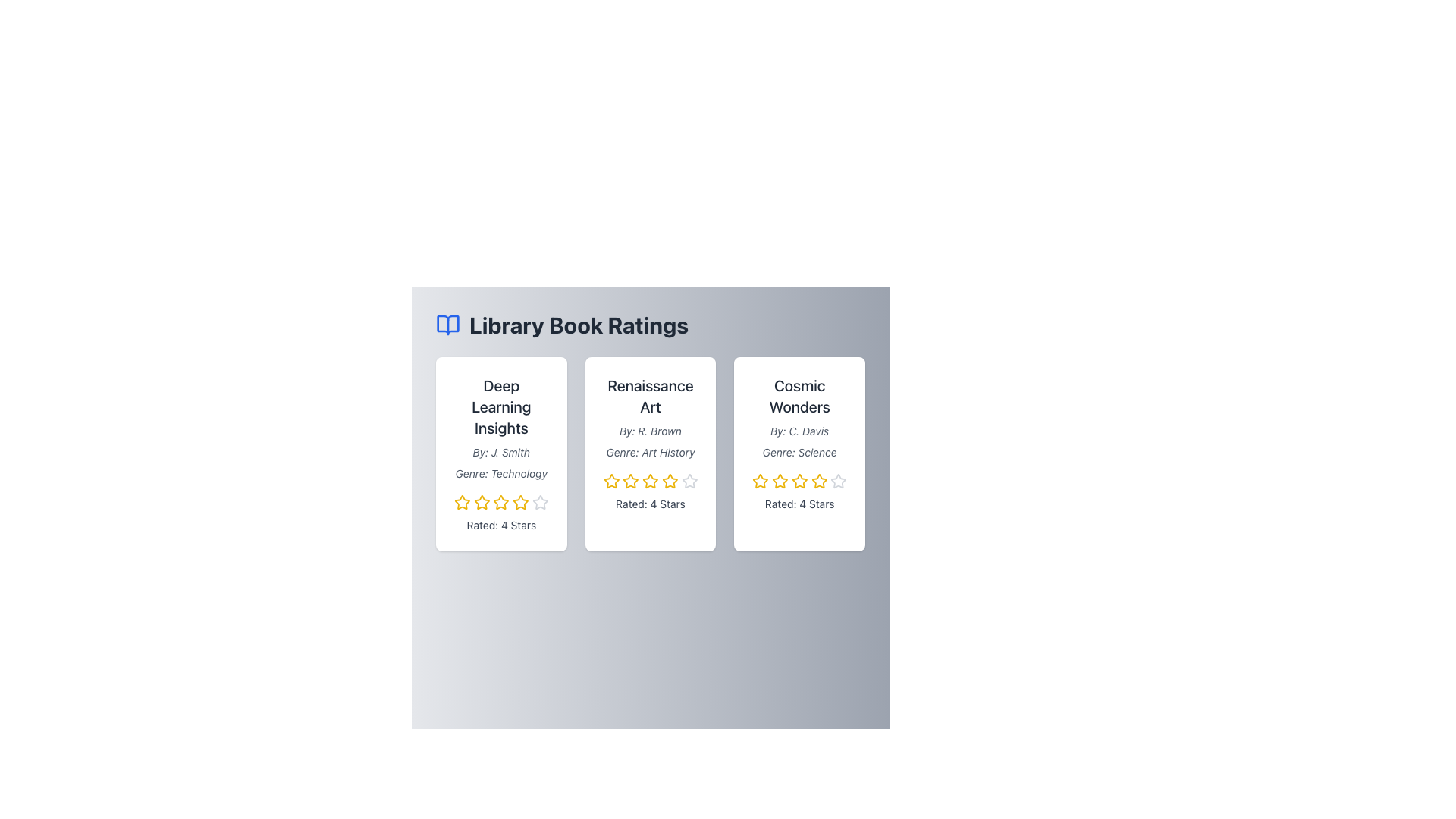 The height and width of the screenshot is (819, 1456). I want to click on the label displaying the title 'Renaissance Art', which is prominently styled in bold and larger font, centrally located within its card-like layout, so click(651, 396).